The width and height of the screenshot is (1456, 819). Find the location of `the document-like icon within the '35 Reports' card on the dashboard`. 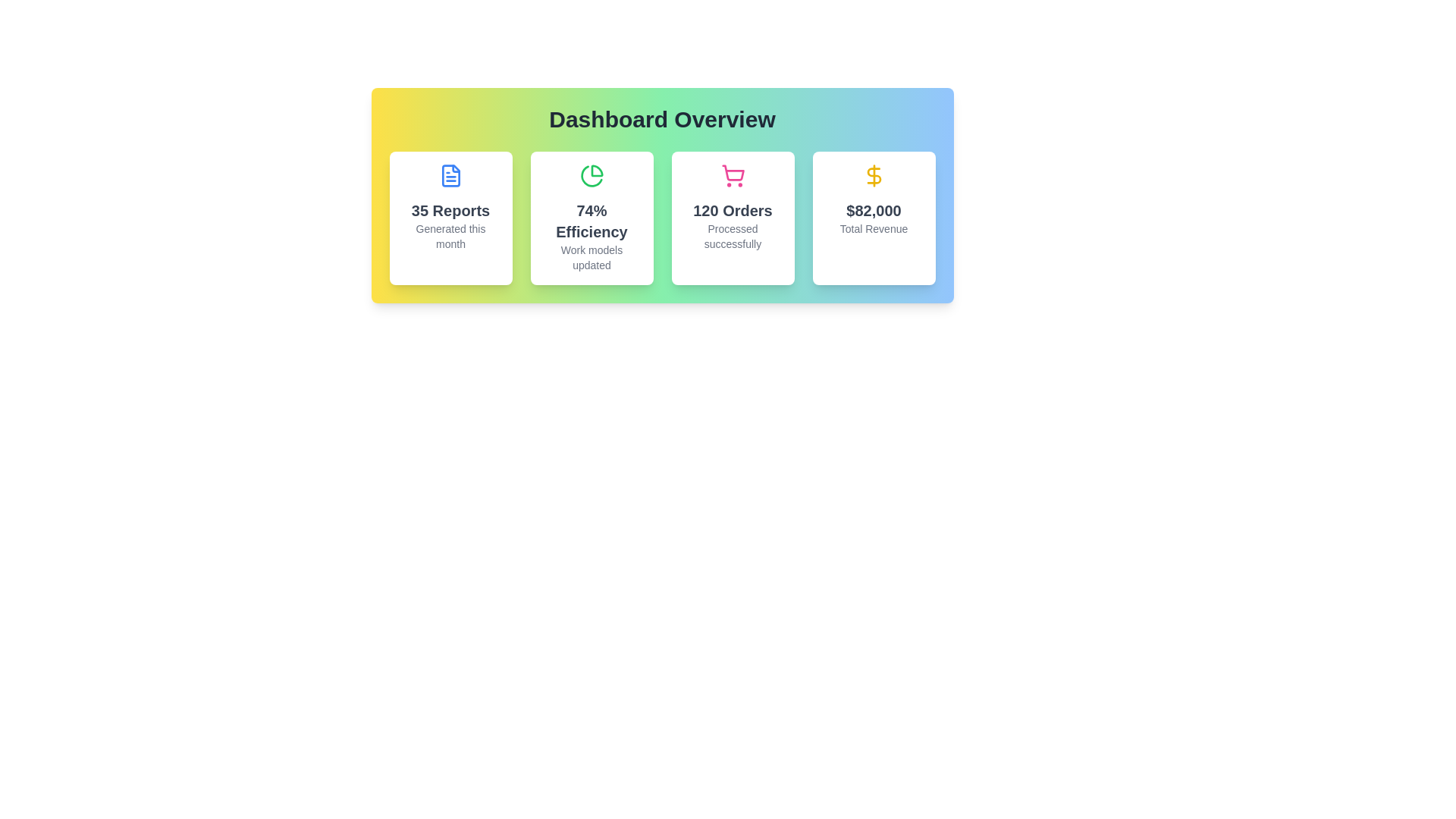

the document-like icon within the '35 Reports' card on the dashboard is located at coordinates (450, 174).